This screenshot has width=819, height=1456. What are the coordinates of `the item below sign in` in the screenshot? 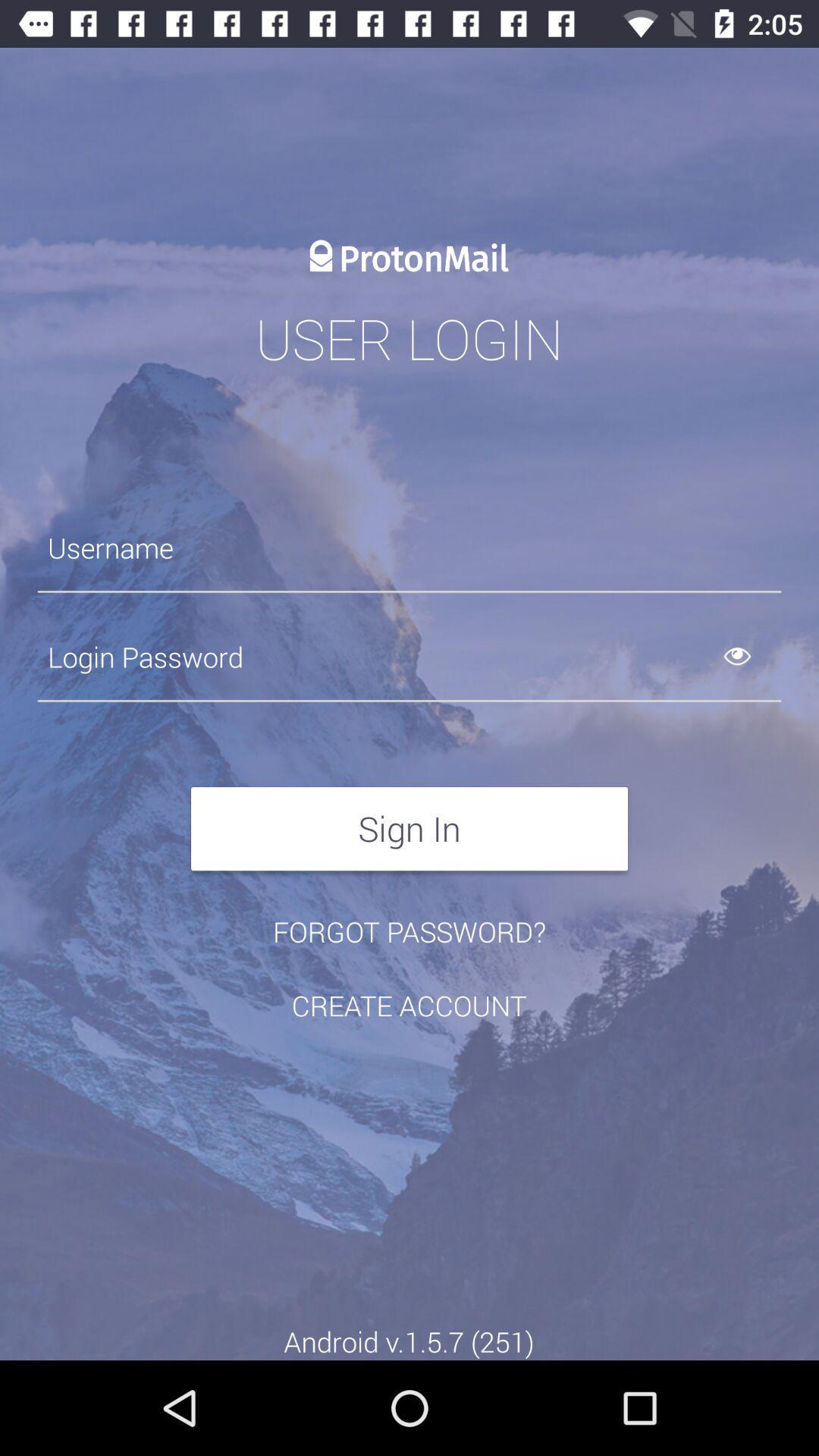 It's located at (409, 930).